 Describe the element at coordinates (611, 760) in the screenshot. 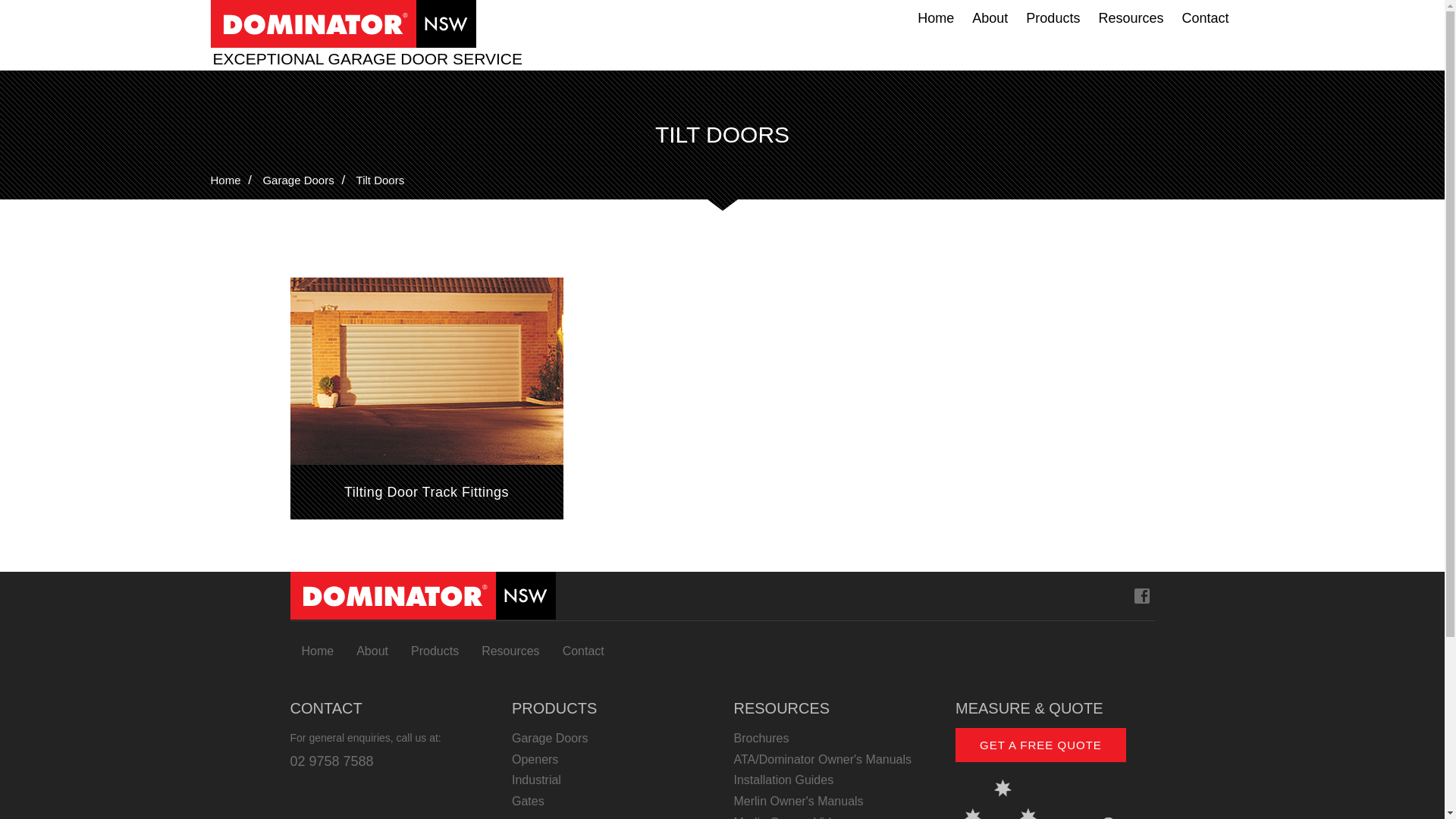

I see `'Openers'` at that location.